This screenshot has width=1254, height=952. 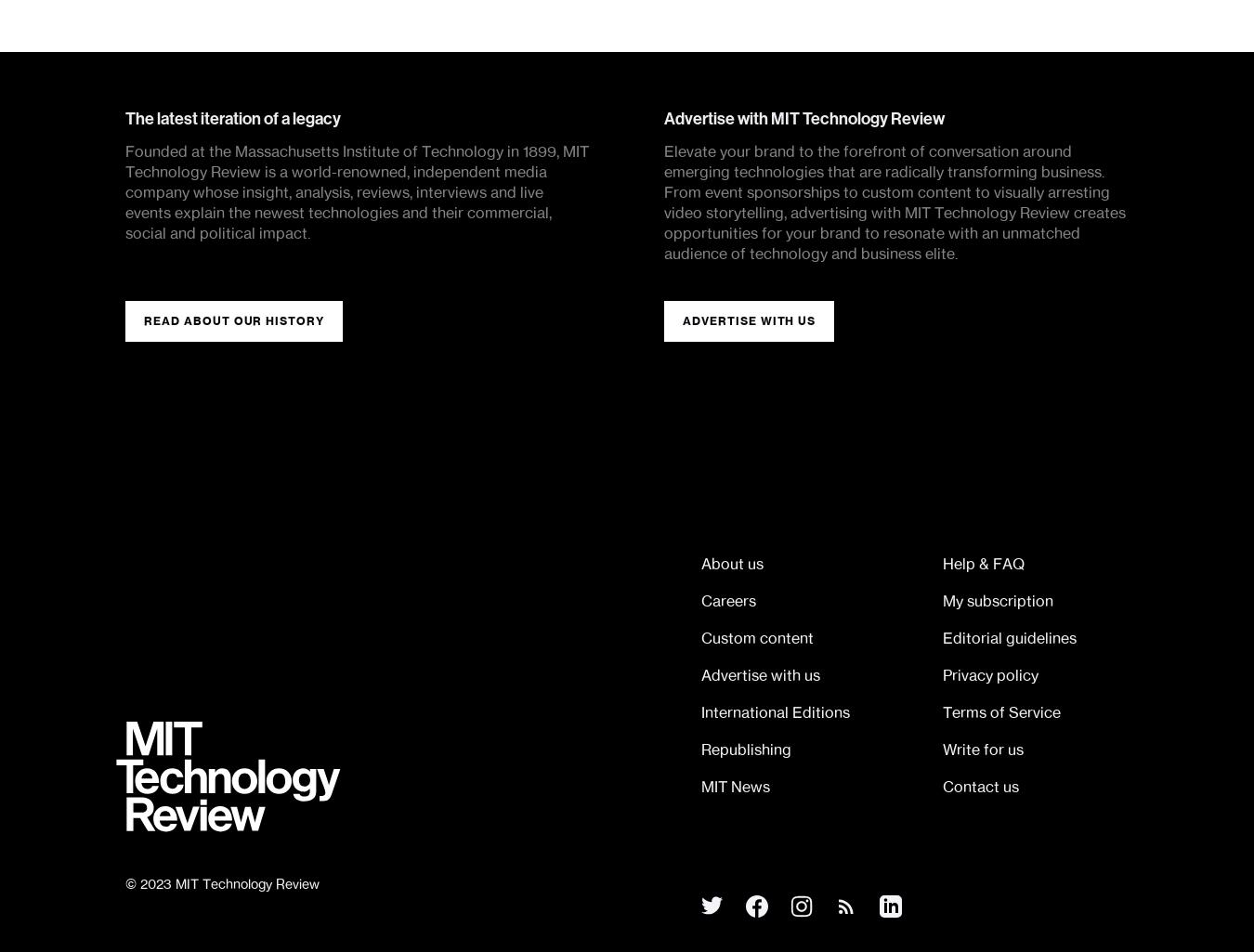 What do you see at coordinates (700, 674) in the screenshot?
I see `'Advertise with us'` at bounding box center [700, 674].